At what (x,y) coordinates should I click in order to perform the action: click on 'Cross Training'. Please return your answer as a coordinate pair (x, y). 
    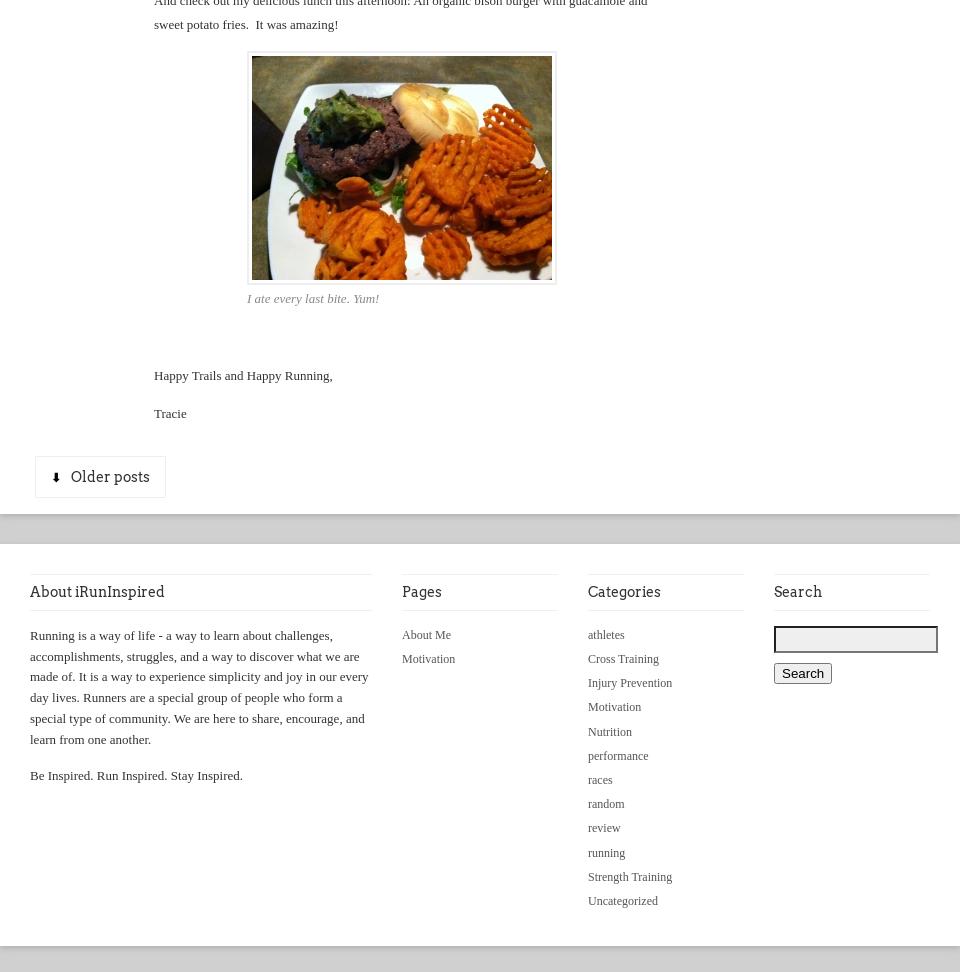
    Looking at the image, I should click on (588, 659).